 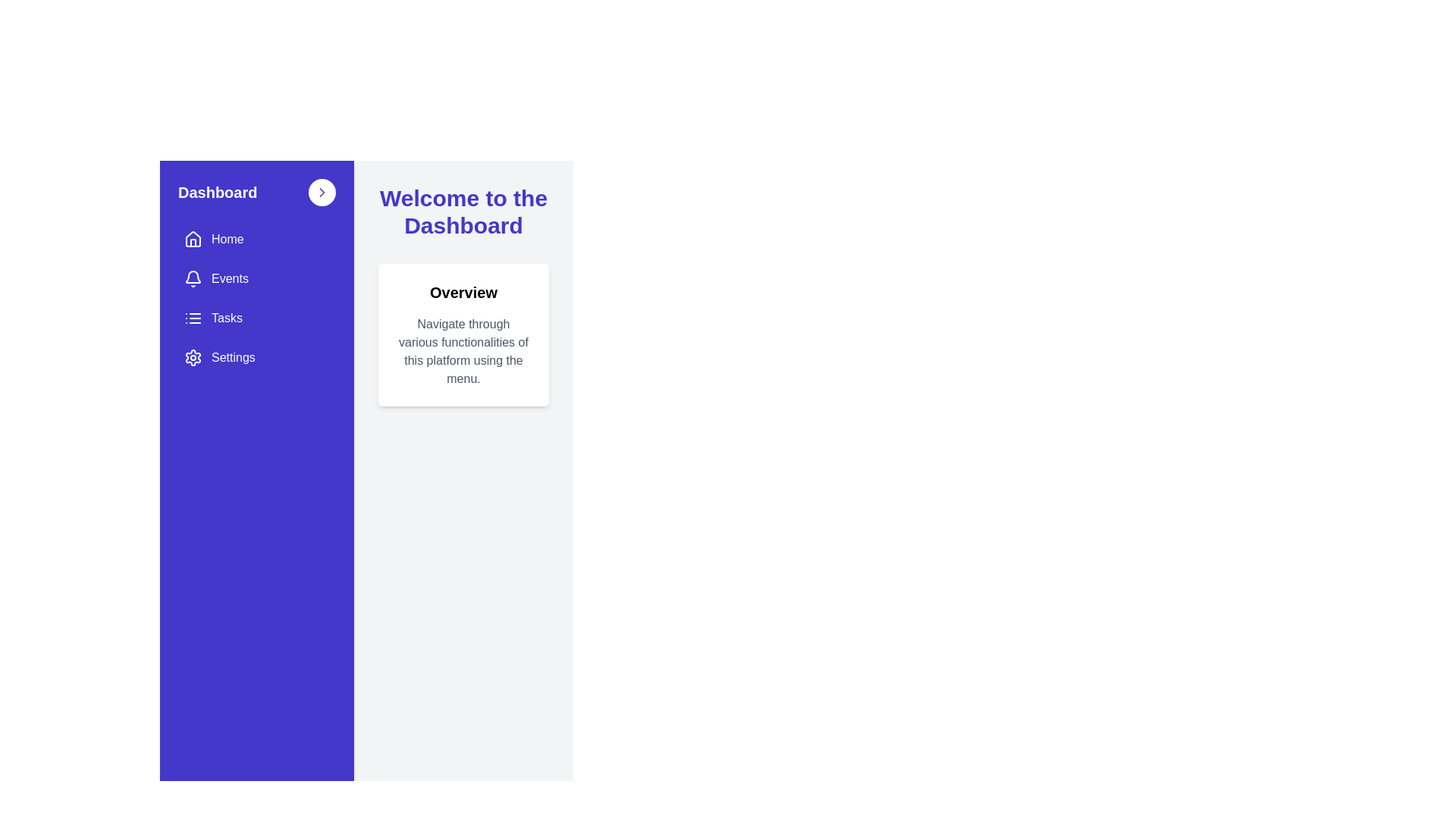 What do you see at coordinates (322, 192) in the screenshot?
I see `the right-angled chevron icon used for navigation located towards the right edge of the sidebar` at bounding box center [322, 192].